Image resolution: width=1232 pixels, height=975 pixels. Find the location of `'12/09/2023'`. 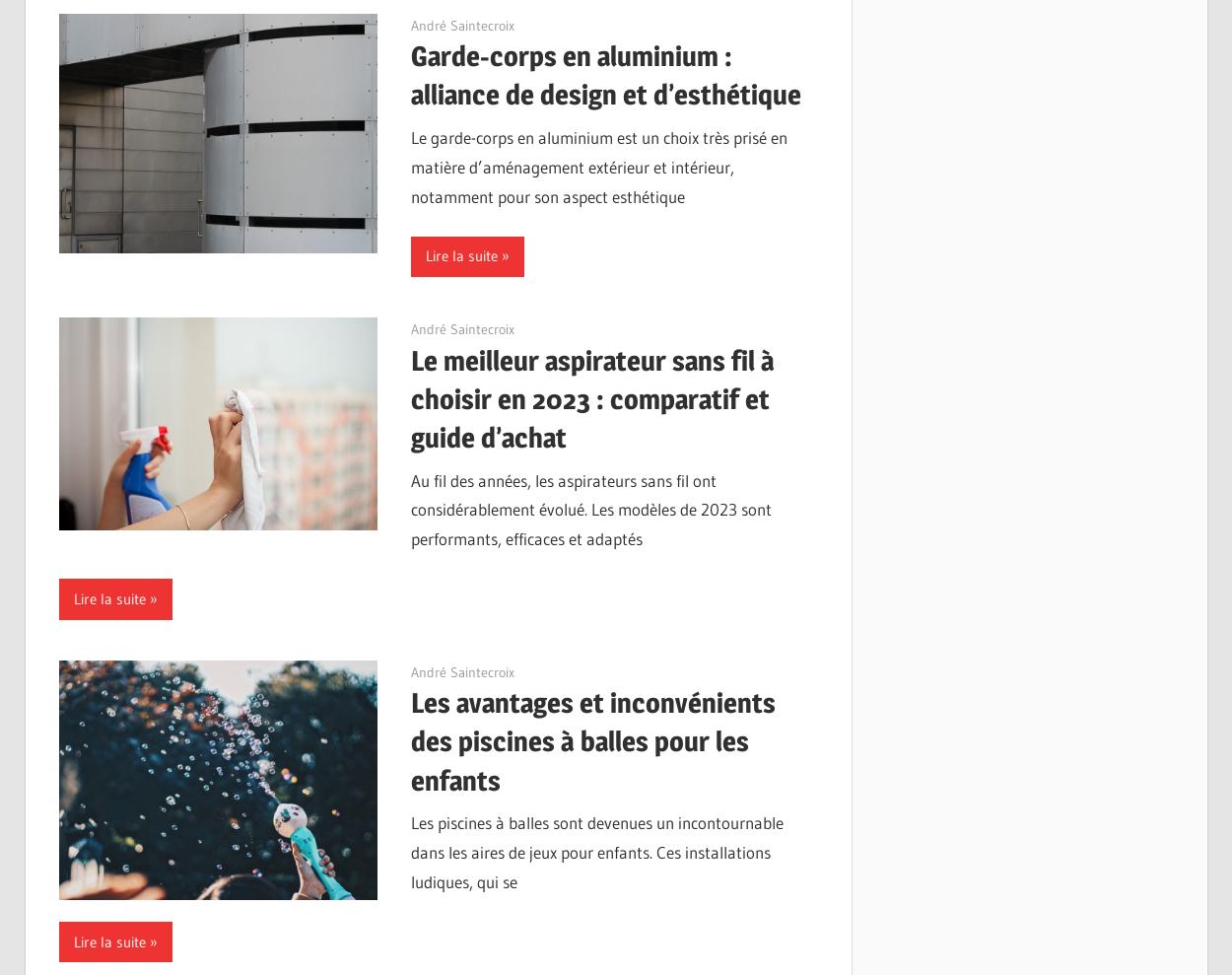

'12/09/2023' is located at coordinates (411, 670).